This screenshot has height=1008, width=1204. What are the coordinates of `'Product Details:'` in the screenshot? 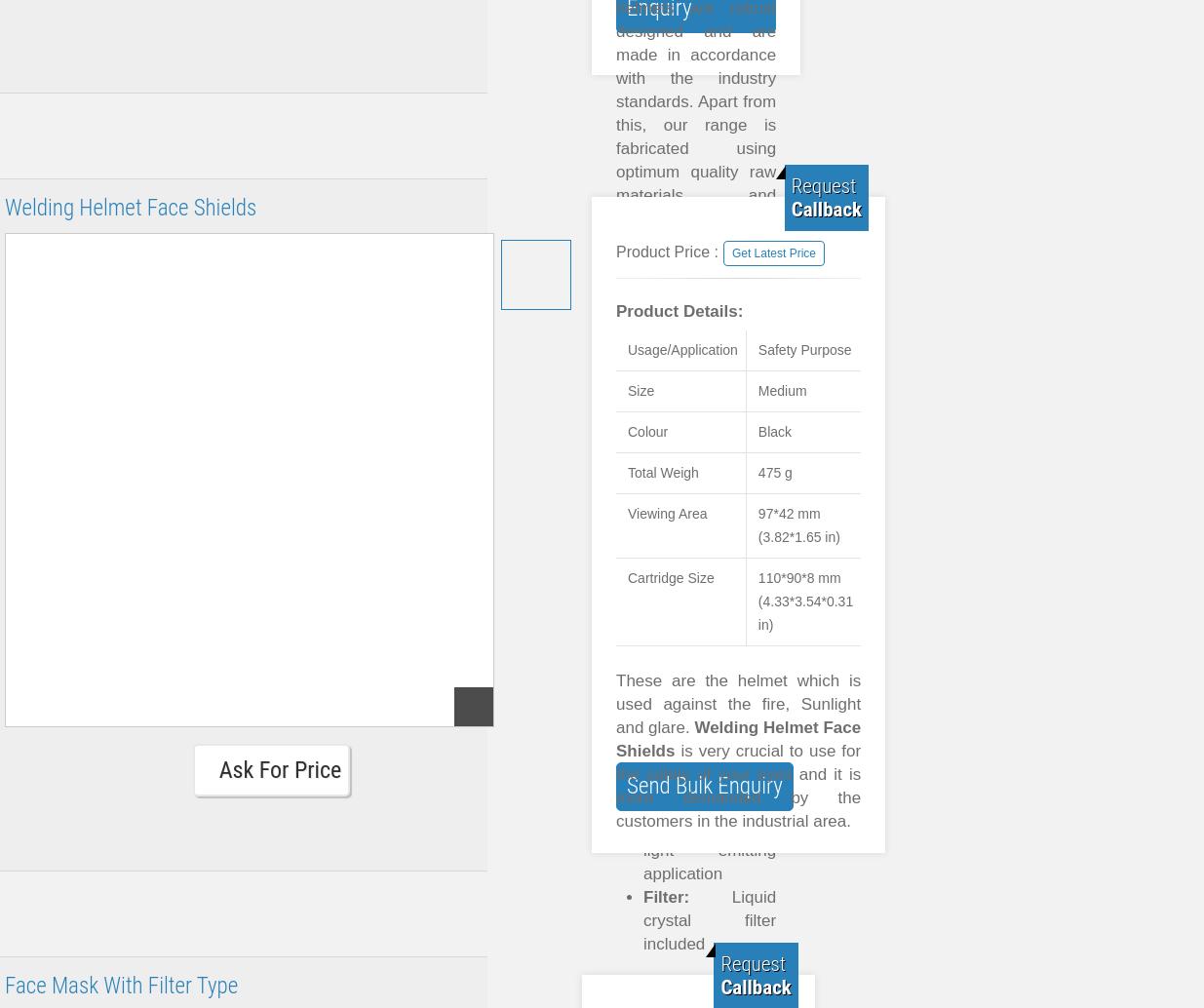 It's located at (680, 310).